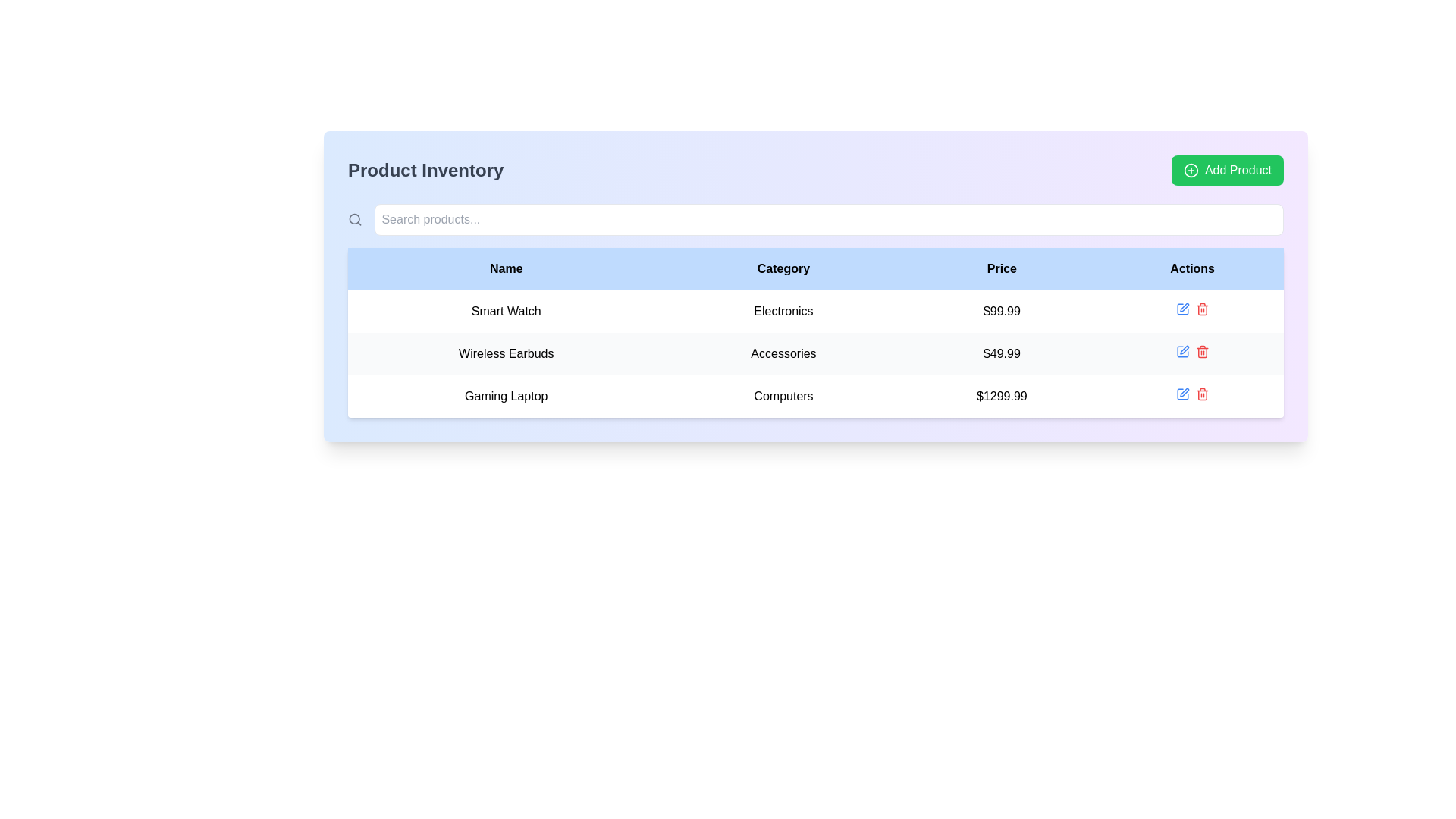 Image resolution: width=1456 pixels, height=819 pixels. I want to click on the tabular row item containing product details for 'Gaming Laptop', 'Computers', and '$1299.99' in the third row of the 'Product Inventory' table, so click(814, 396).